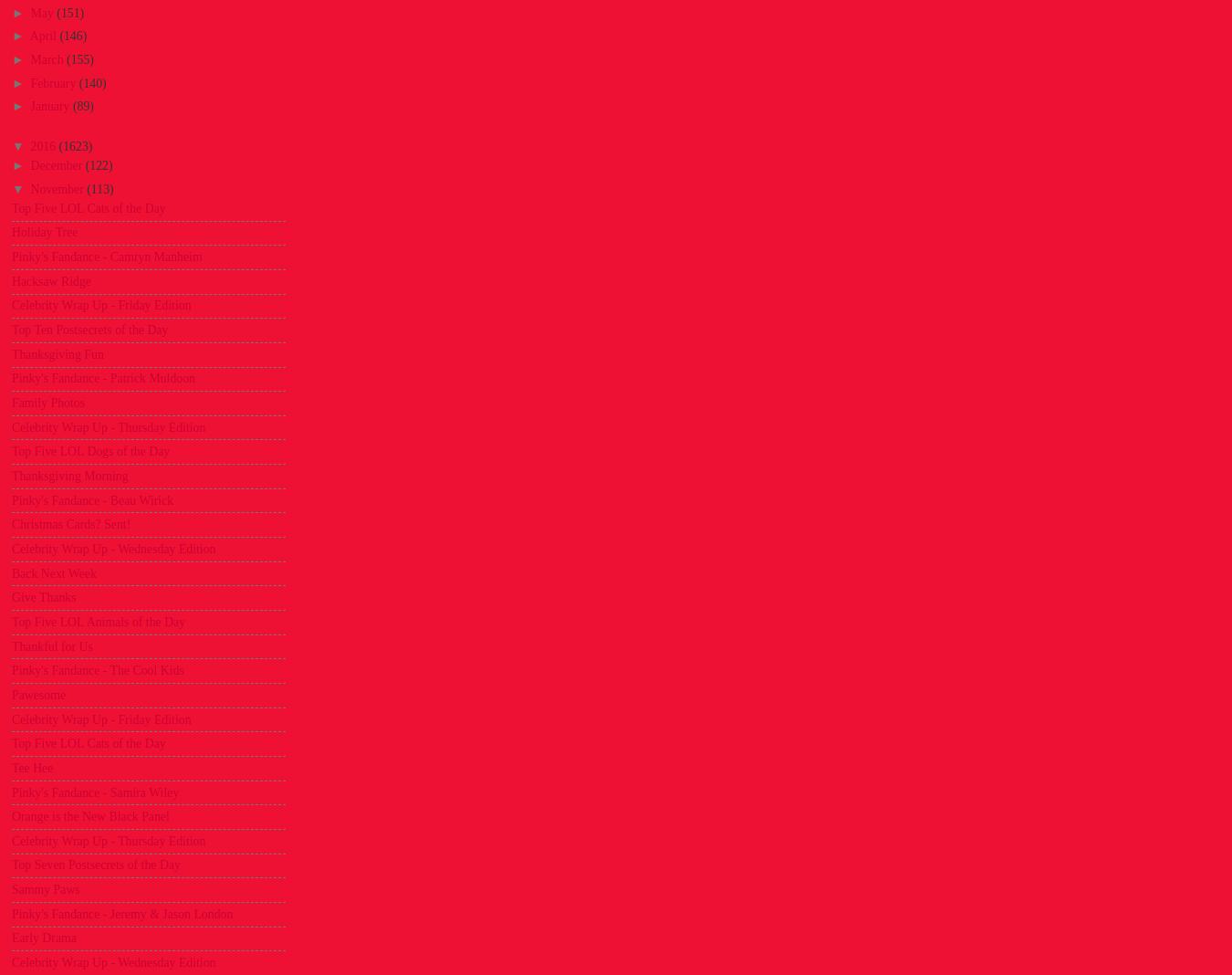 This screenshot has width=1232, height=975. I want to click on 'Christmas Cards? Sent!', so click(70, 523).